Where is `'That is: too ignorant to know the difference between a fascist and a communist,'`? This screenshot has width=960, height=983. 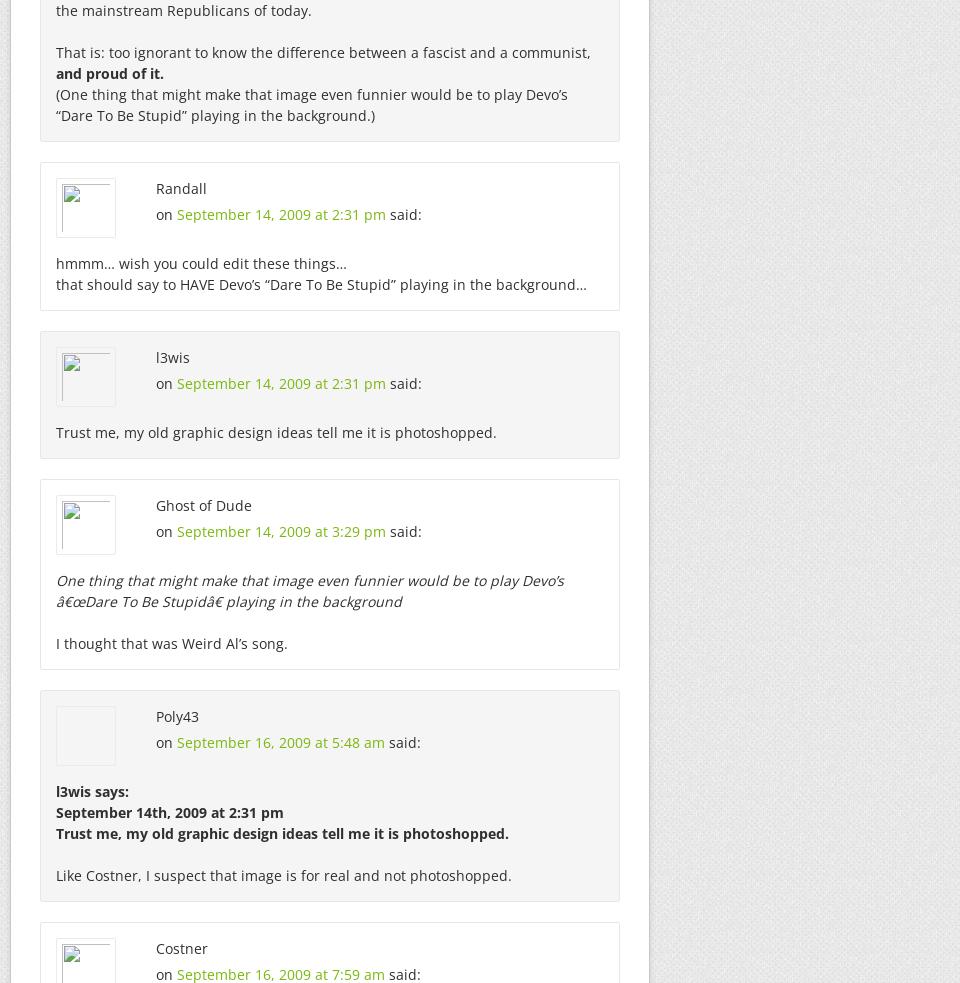 'That is: too ignorant to know the difference between a fascist and a communist,' is located at coordinates (323, 51).